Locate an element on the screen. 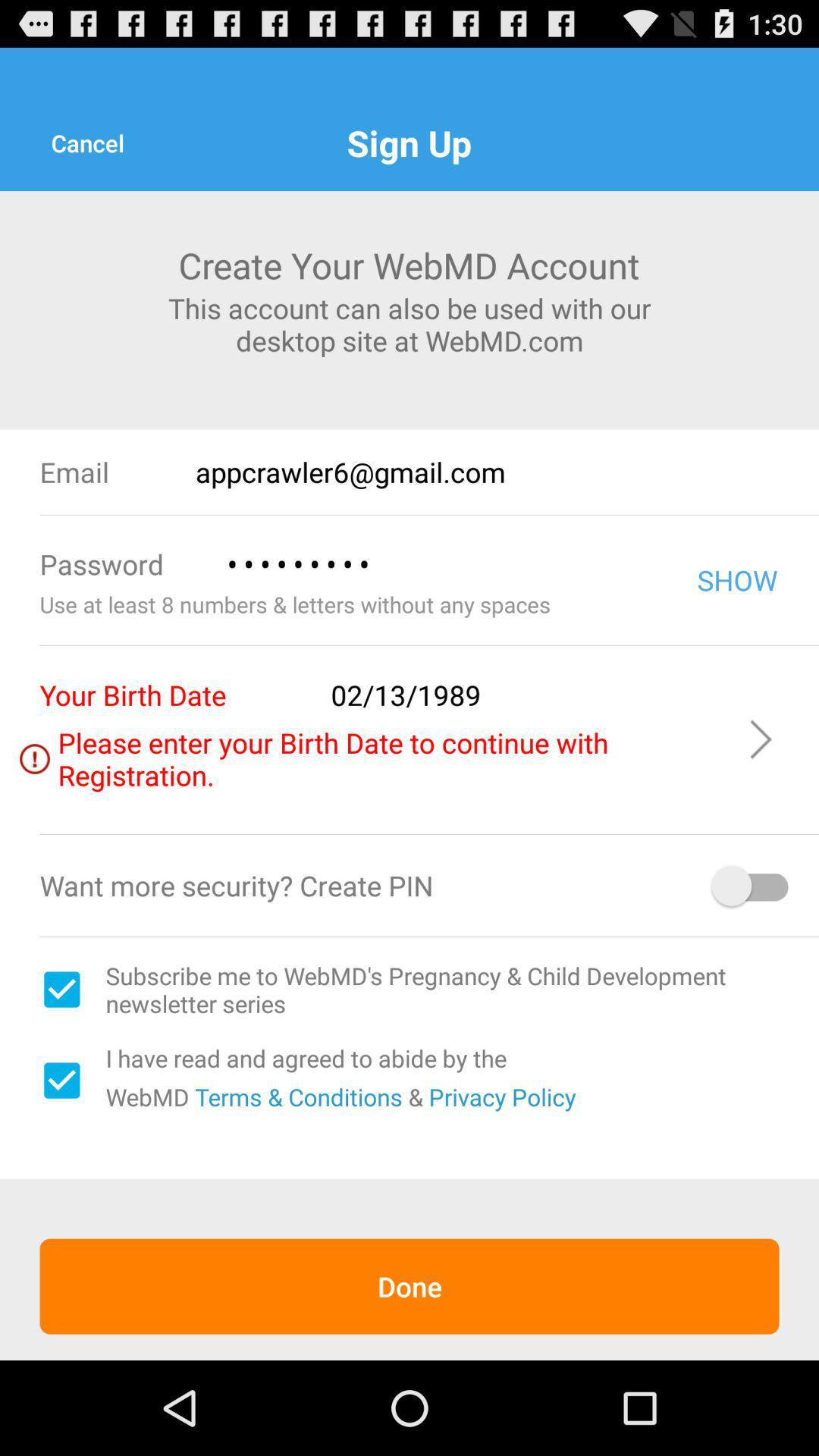 This screenshot has width=819, height=1456. 02/13/1989 is located at coordinates (528, 694).